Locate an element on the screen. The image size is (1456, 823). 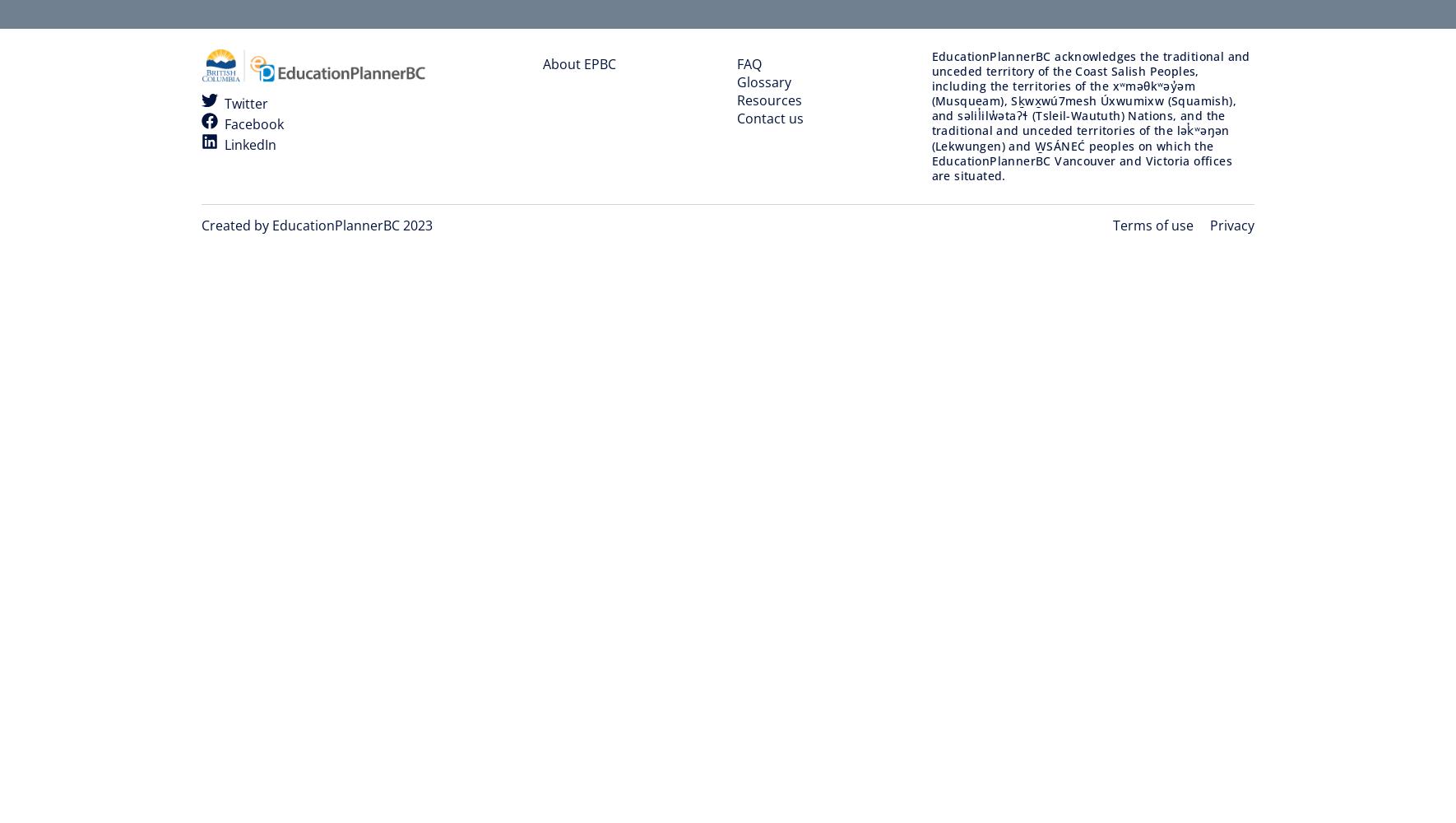
'Contact us' is located at coordinates (769, 118).